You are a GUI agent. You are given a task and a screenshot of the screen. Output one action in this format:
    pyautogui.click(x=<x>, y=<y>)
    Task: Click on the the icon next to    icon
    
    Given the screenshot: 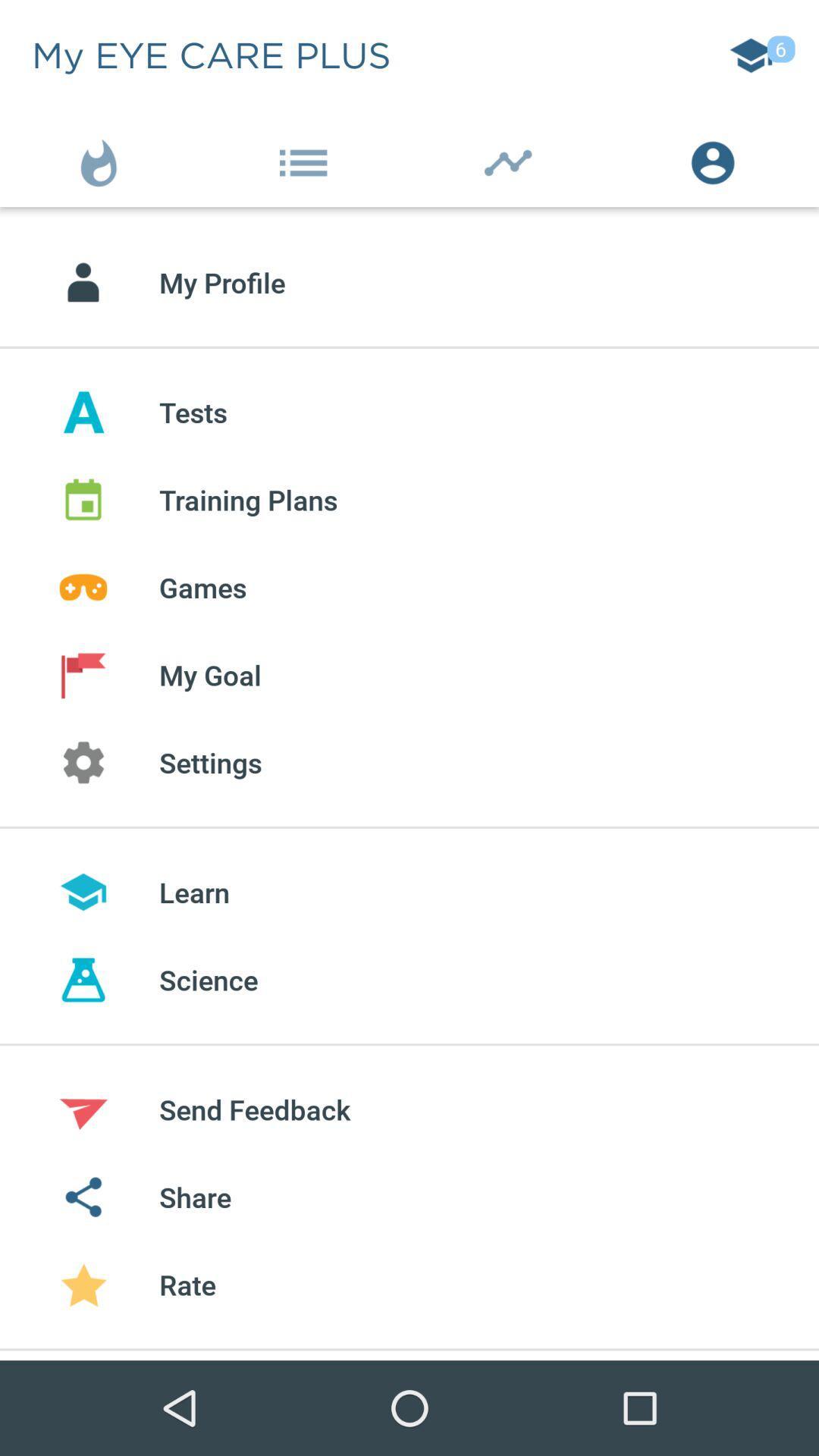 What is the action you would take?
    pyautogui.click(x=307, y=159)
    